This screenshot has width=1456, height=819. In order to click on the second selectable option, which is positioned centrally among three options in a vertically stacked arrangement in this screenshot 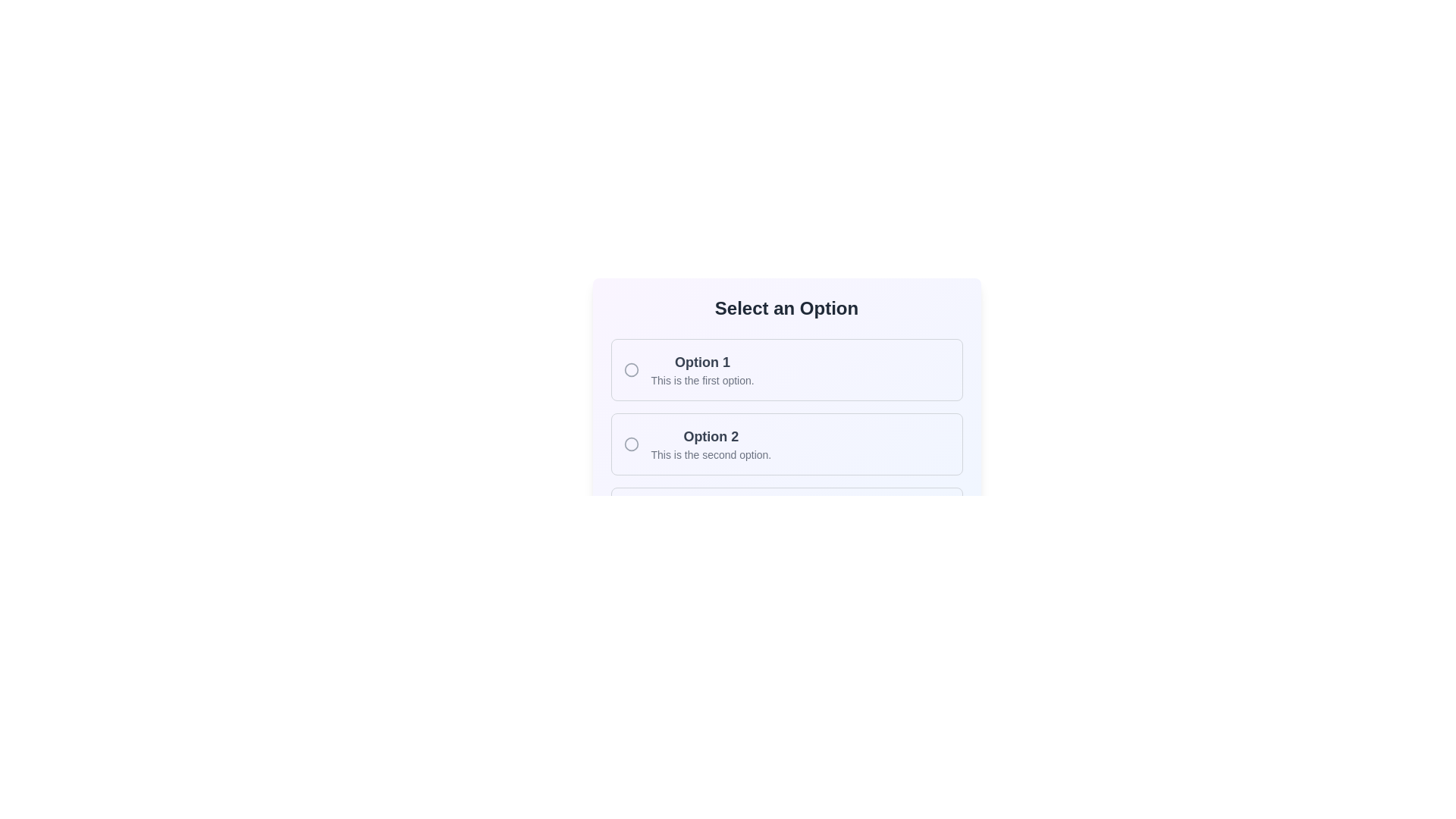, I will do `click(786, 444)`.